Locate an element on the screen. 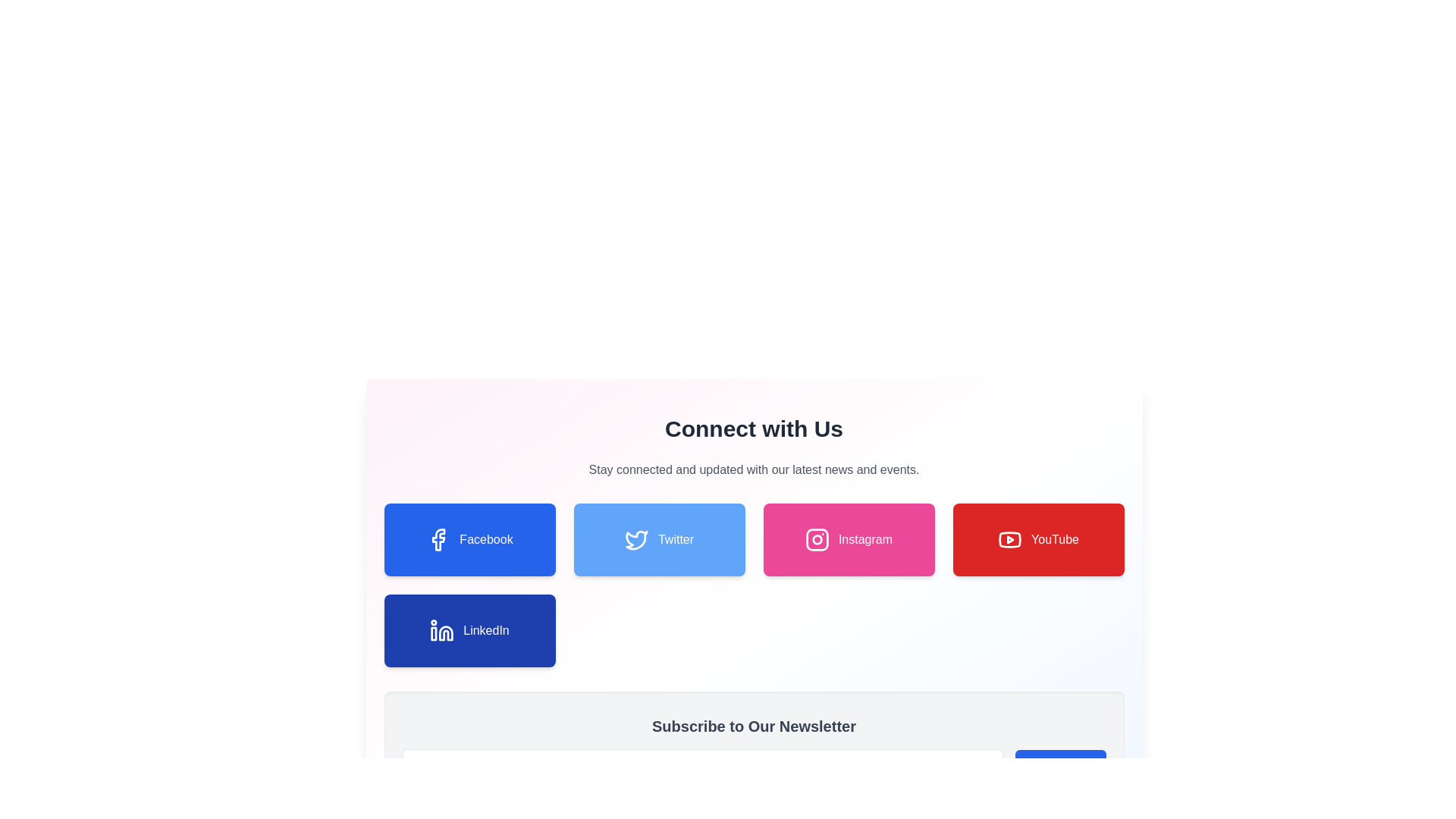 This screenshot has height=819, width=1456. the Twitter icon, which is an abstract bird-shaped icon in light blue color located within a rectangular button labeled 'Twitter' at the top-center of the layout is located at coordinates (637, 539).